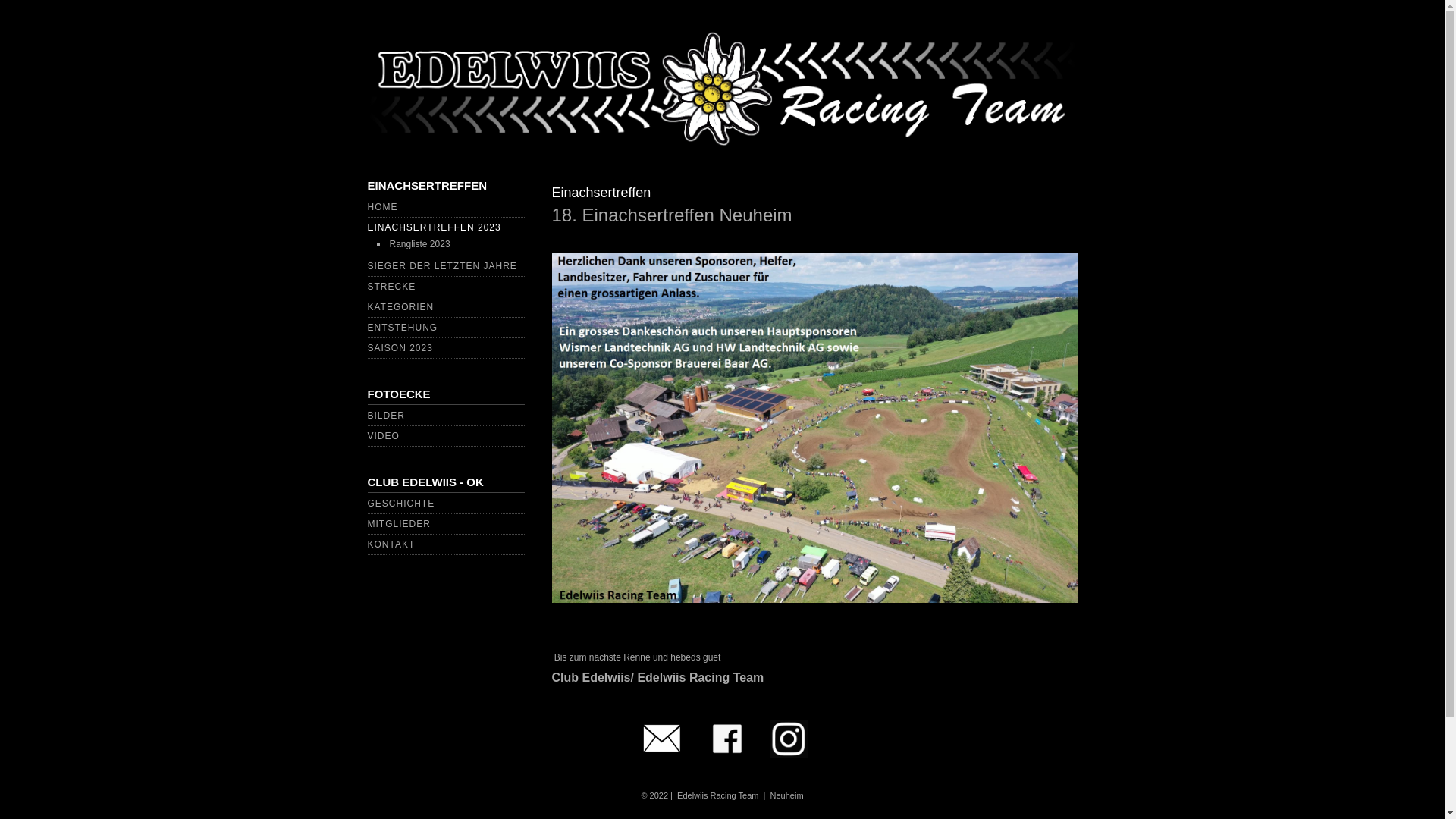 The image size is (1456, 819). Describe the element at coordinates (367, 543) in the screenshot. I see `'KONTAKT'` at that location.